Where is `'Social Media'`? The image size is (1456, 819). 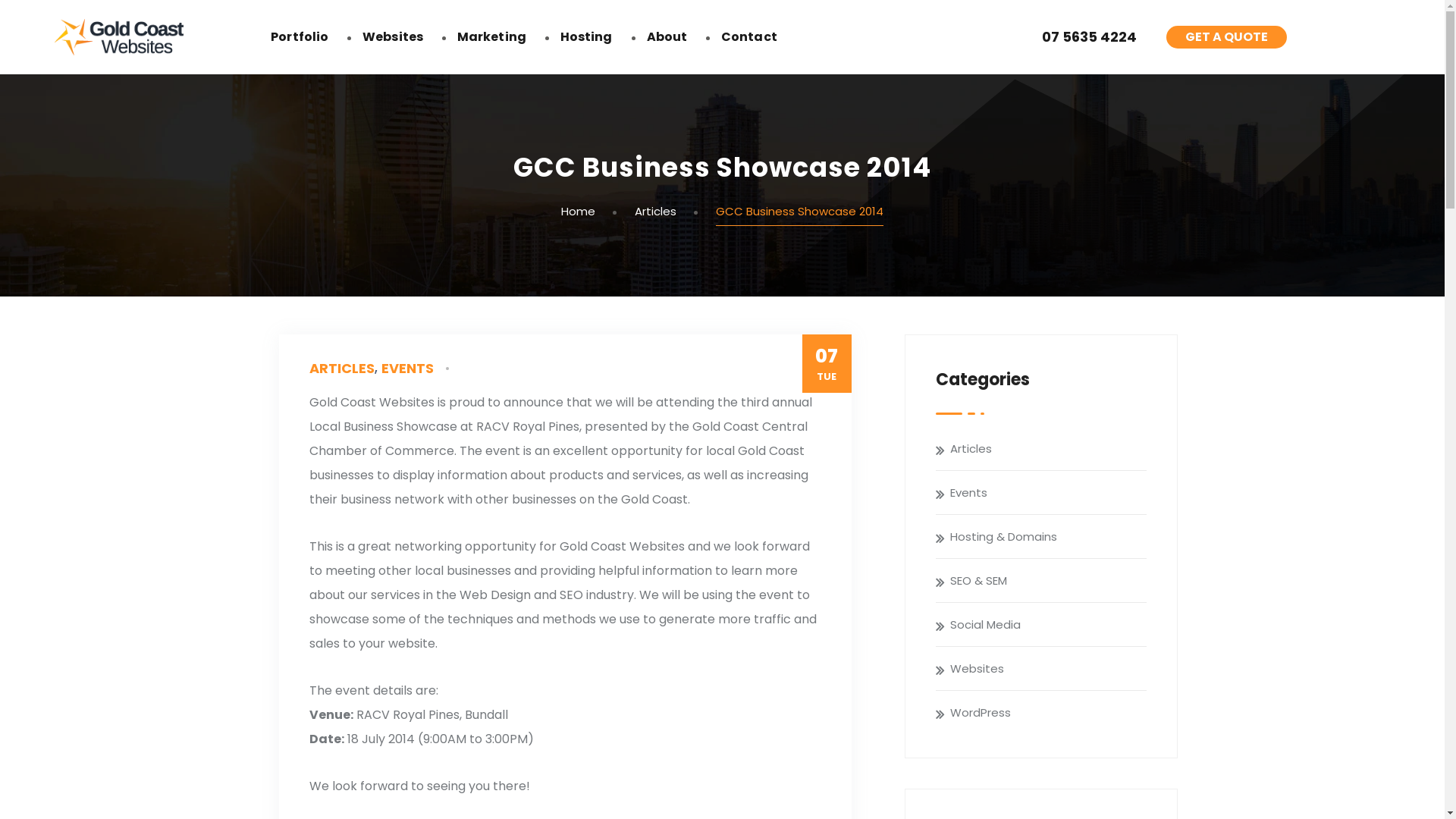
'Social Media' is located at coordinates (1046, 624).